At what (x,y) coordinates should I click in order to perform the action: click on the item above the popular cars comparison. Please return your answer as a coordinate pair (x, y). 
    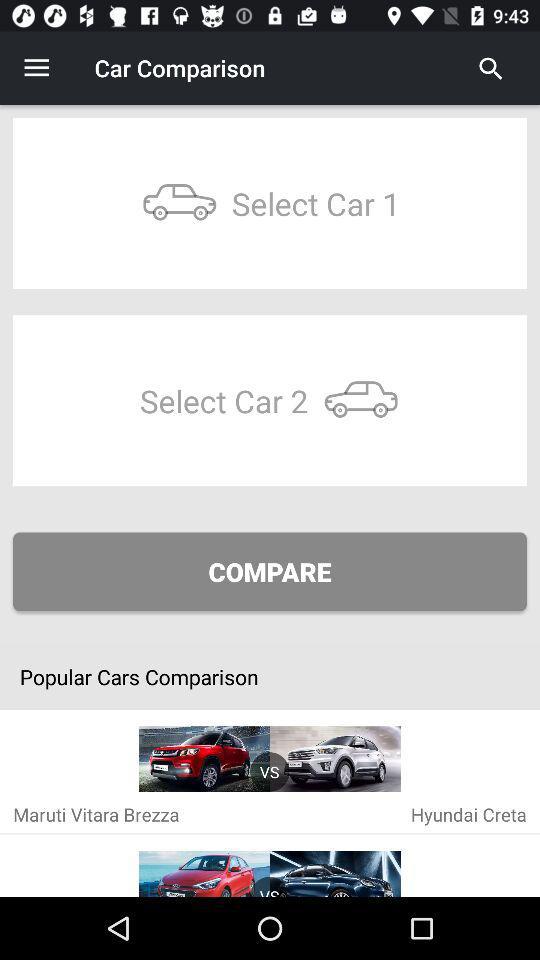
    Looking at the image, I should click on (270, 571).